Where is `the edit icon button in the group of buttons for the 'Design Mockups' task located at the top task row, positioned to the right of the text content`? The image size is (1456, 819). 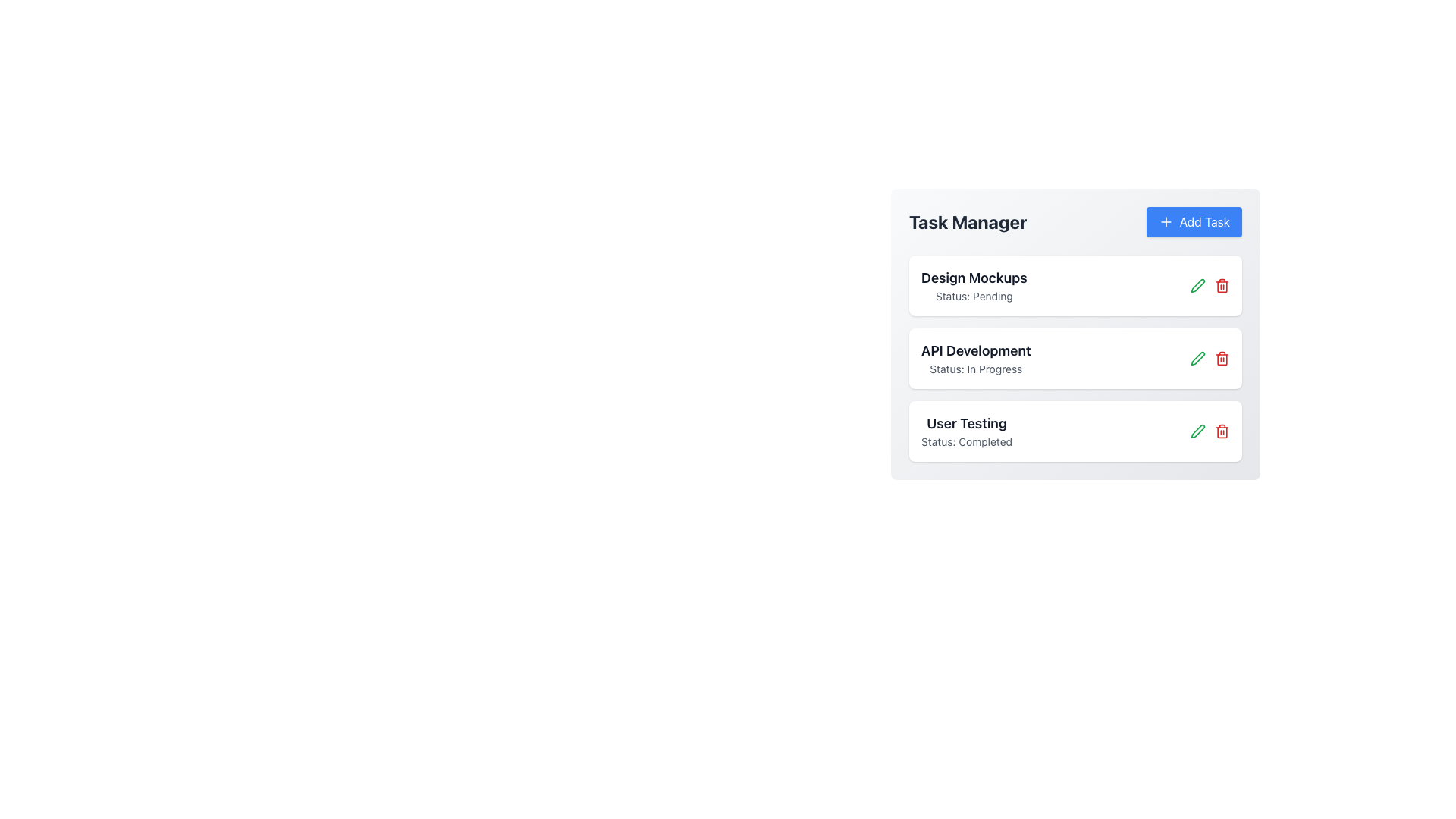
the edit icon button in the group of buttons for the 'Design Mockups' task located at the top task row, positioned to the right of the text content is located at coordinates (1210, 286).